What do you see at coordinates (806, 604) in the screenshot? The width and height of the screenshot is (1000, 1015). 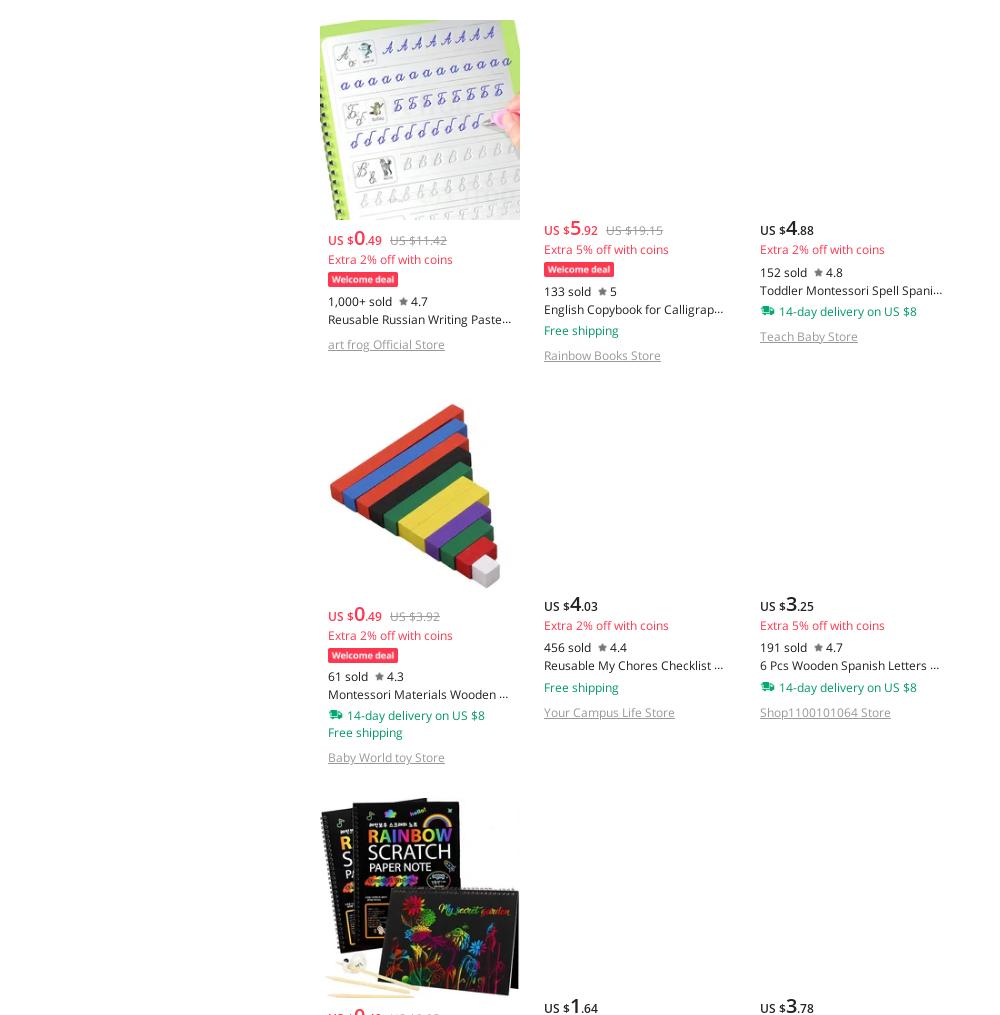 I see `'25'` at bounding box center [806, 604].